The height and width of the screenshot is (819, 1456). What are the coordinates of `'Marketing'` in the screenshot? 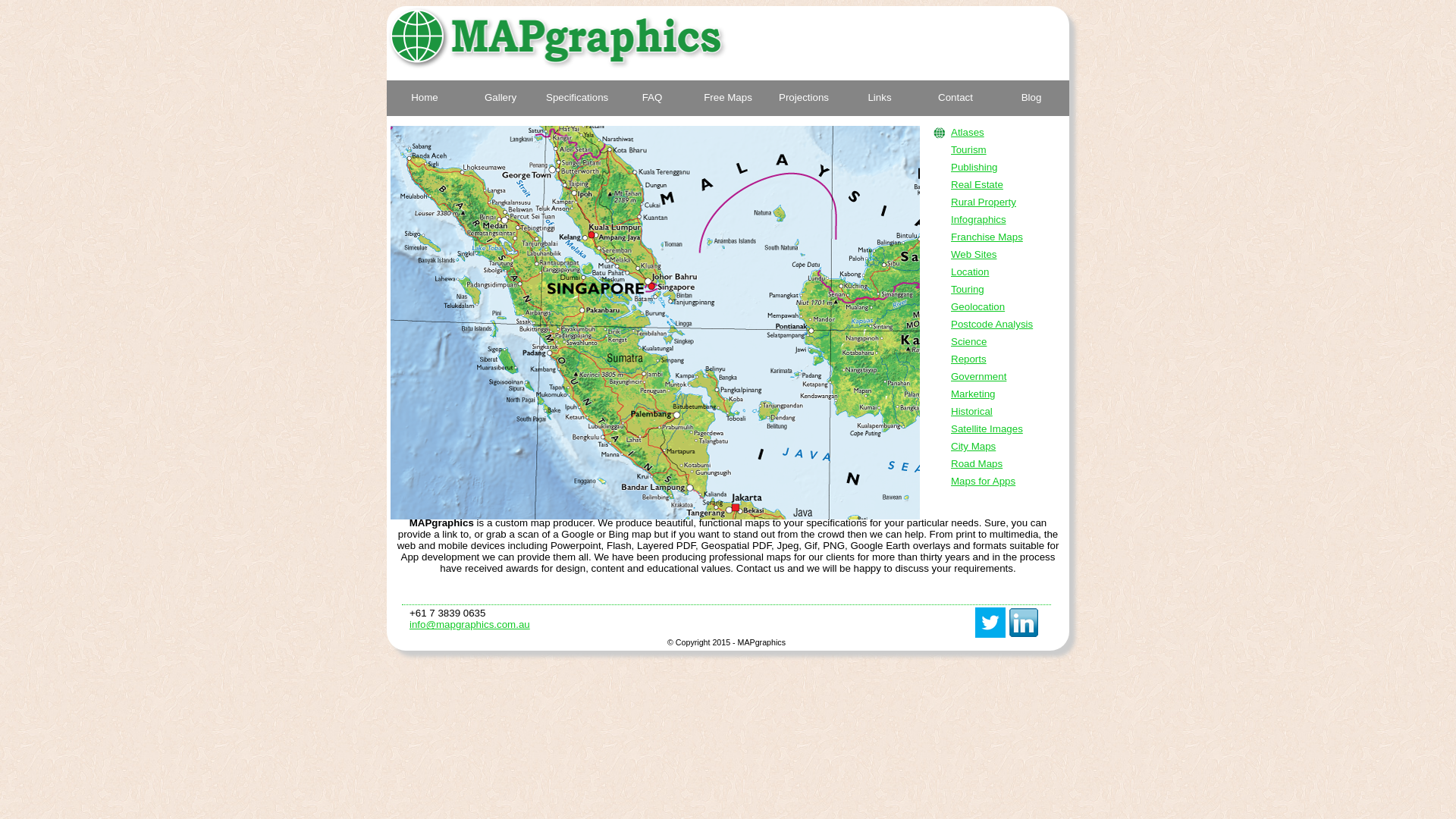 It's located at (973, 393).